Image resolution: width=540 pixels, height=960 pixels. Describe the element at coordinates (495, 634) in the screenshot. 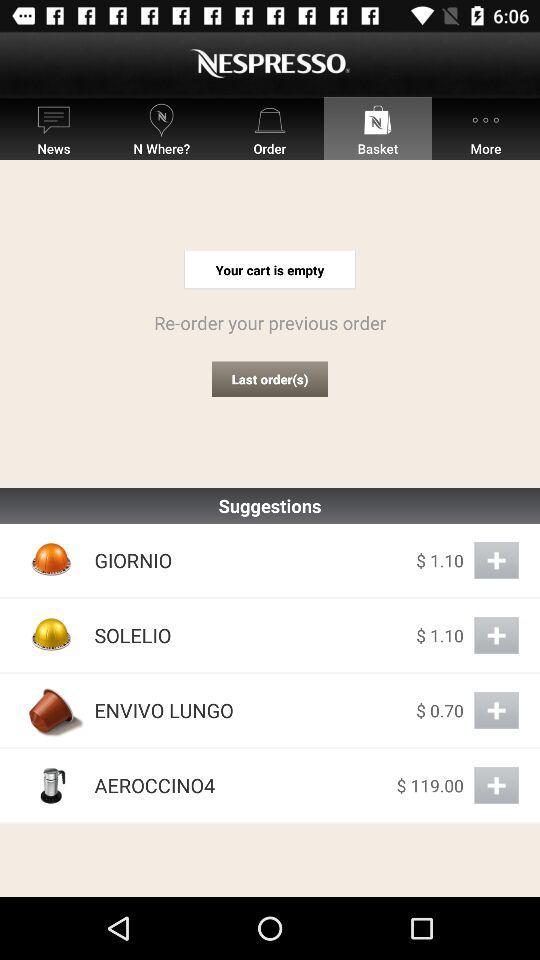

I see `to cart button` at that location.